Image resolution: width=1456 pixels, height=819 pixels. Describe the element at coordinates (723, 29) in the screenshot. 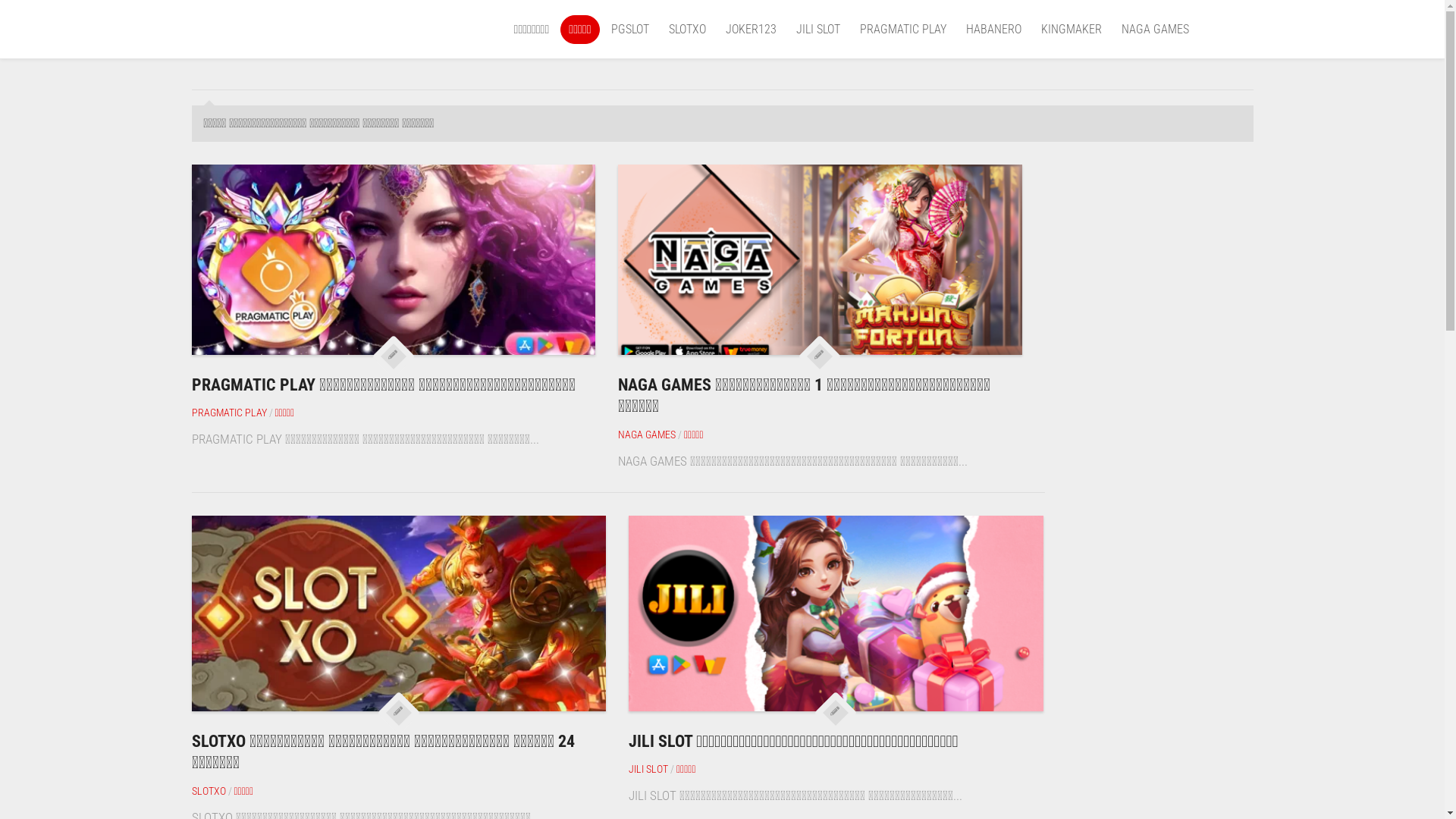

I see `'JOKER123'` at that location.